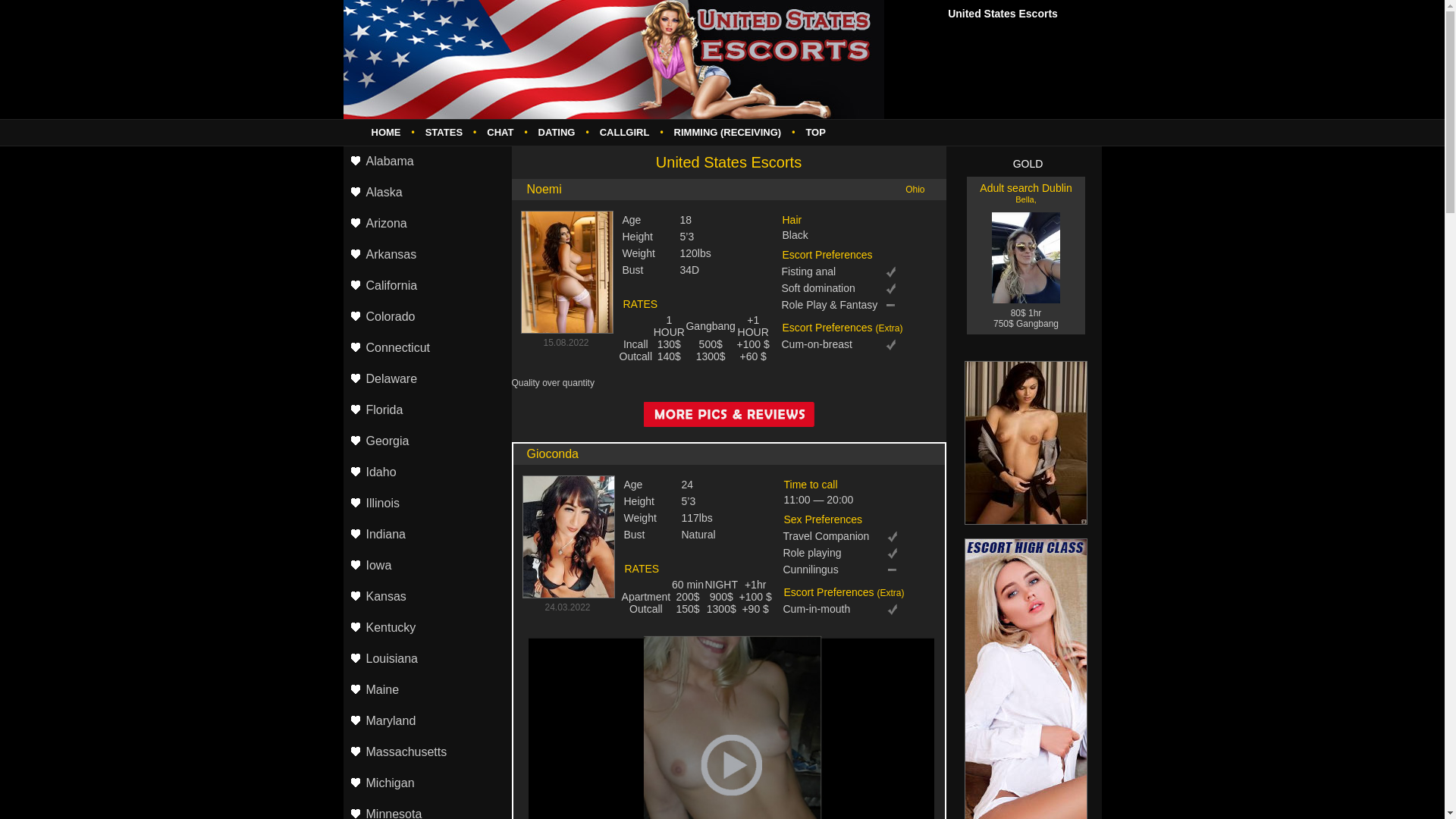 The width and height of the screenshot is (1456, 819). What do you see at coordinates (425, 286) in the screenshot?
I see `'California'` at bounding box center [425, 286].